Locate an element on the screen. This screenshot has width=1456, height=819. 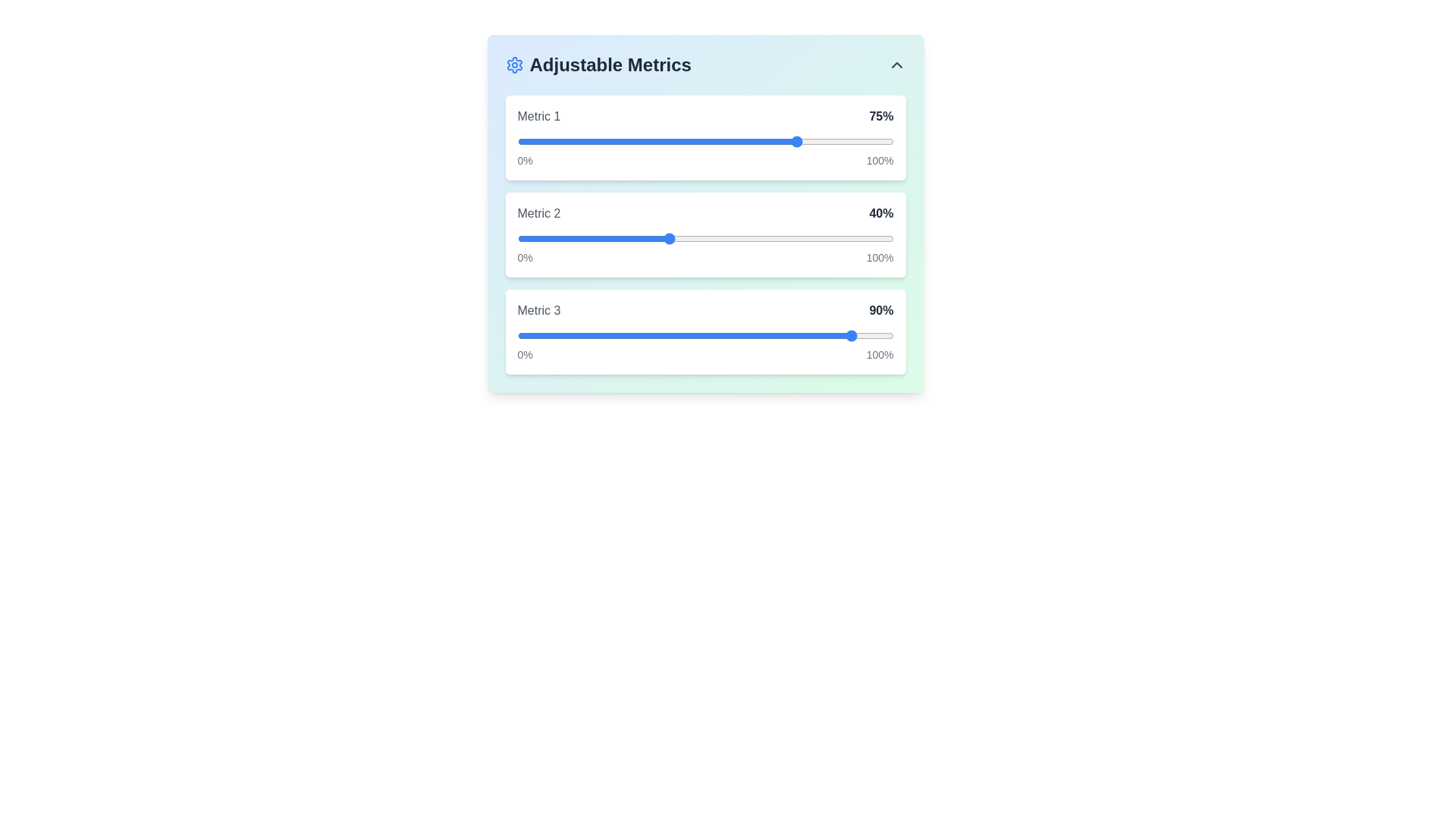
the Metric 2 slider is located at coordinates (615, 239).